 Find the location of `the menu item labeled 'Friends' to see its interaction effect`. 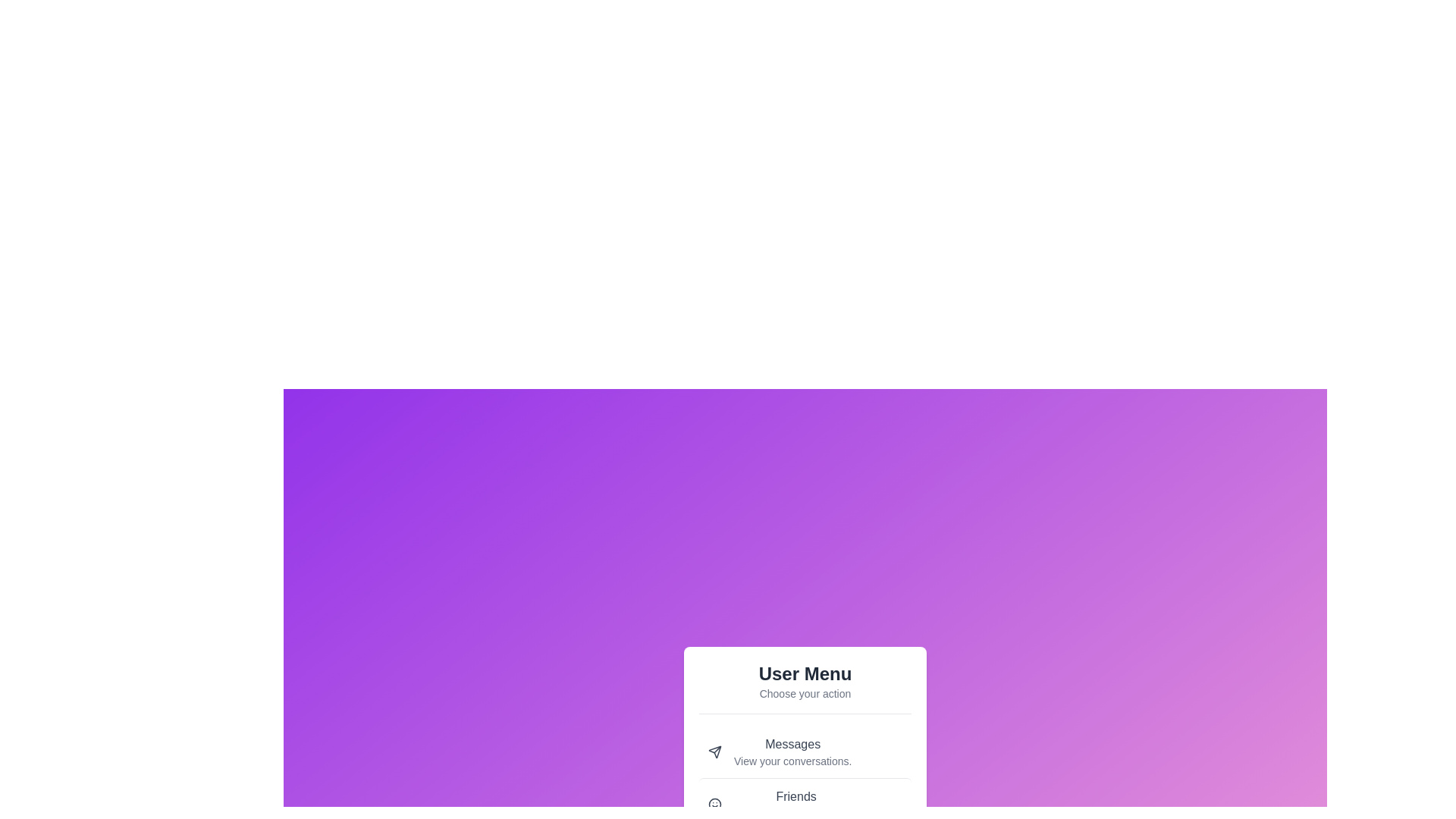

the menu item labeled 'Friends' to see its interaction effect is located at coordinates (804, 803).